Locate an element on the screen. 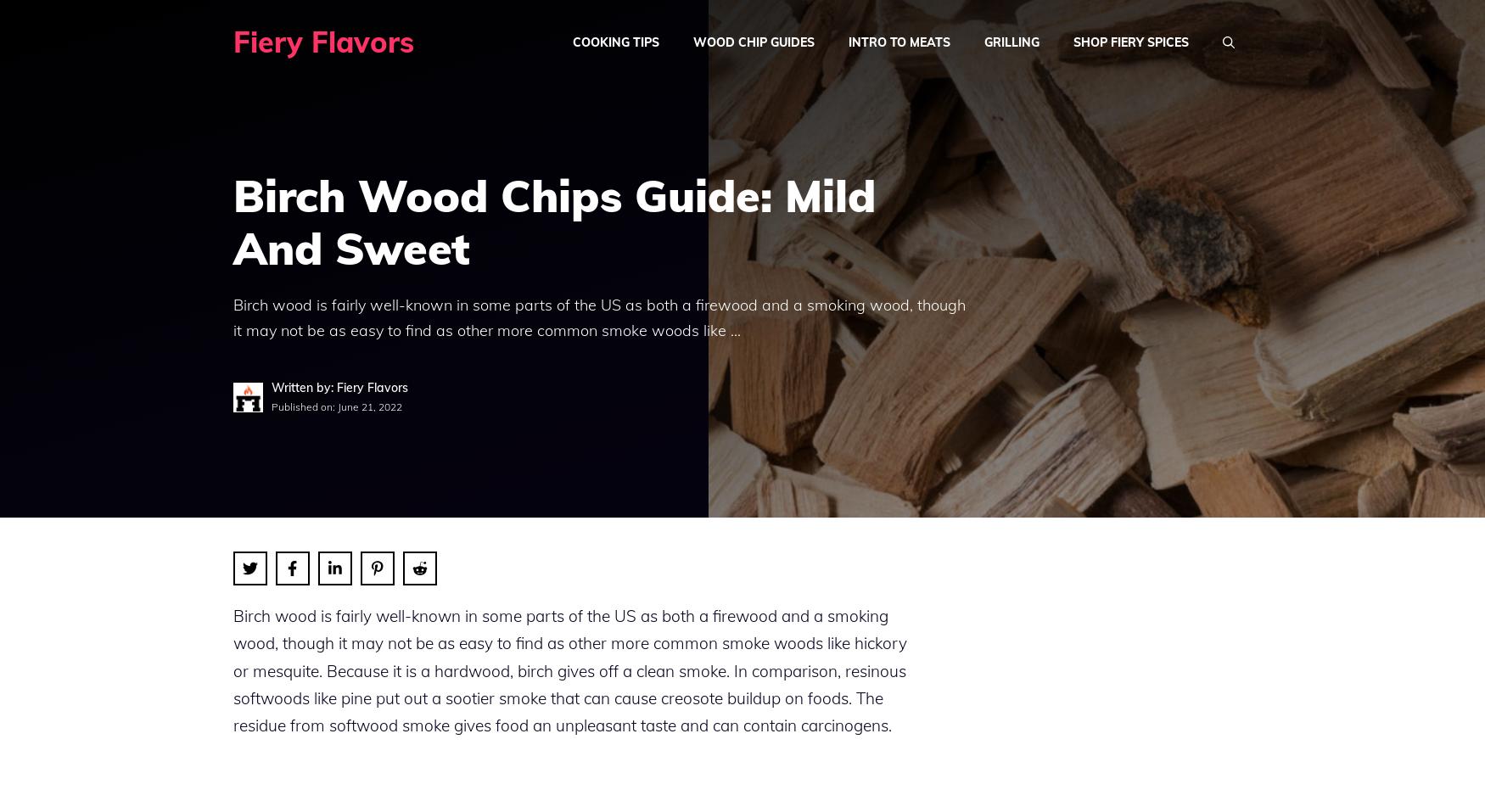 This screenshot has height=812, width=1485. 'Written by: Fiery Flavors' is located at coordinates (339, 386).